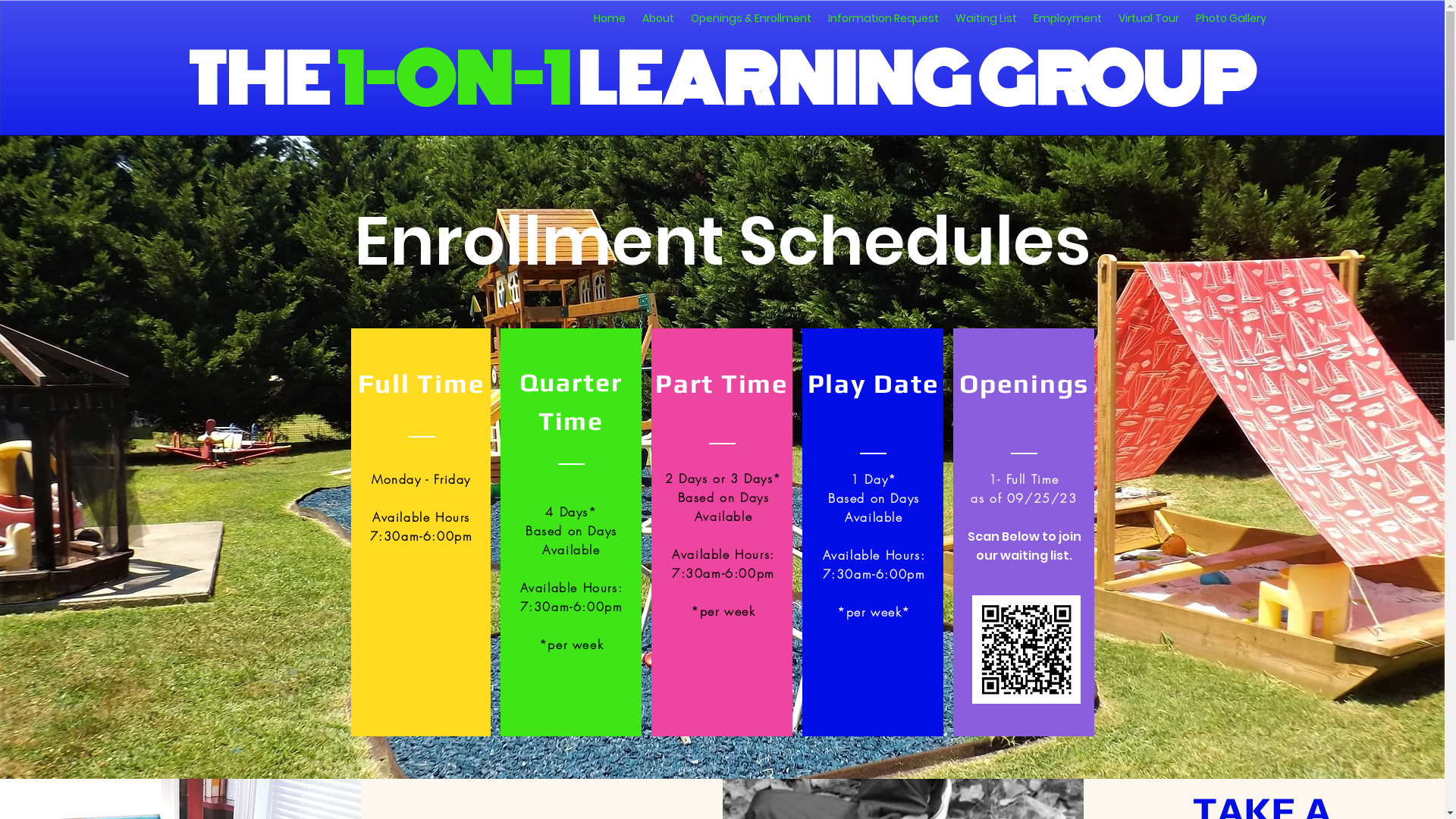  What do you see at coordinates (985, 18) in the screenshot?
I see `'Waiting List'` at bounding box center [985, 18].